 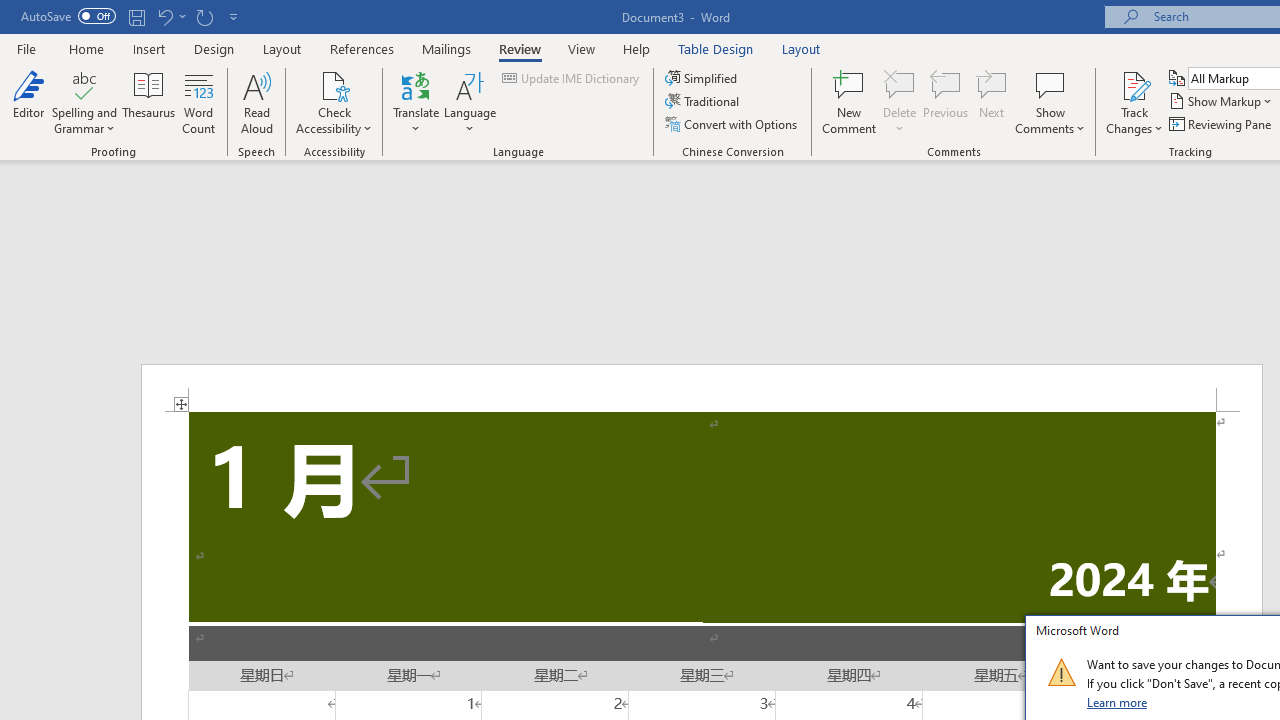 I want to click on 'Read Aloud', so click(x=255, y=103).